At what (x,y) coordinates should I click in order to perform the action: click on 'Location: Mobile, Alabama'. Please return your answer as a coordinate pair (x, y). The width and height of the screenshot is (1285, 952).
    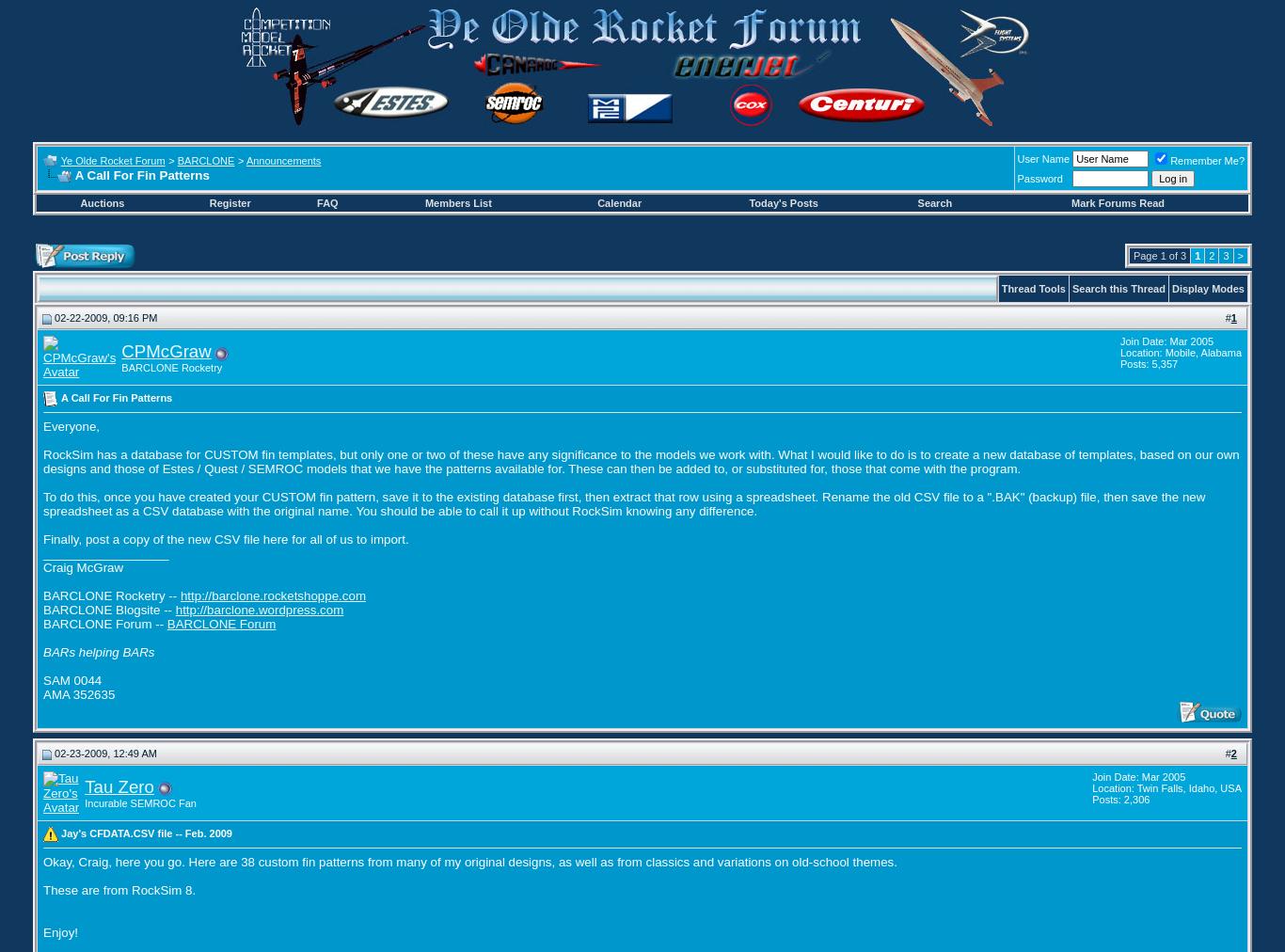
    Looking at the image, I should click on (1179, 351).